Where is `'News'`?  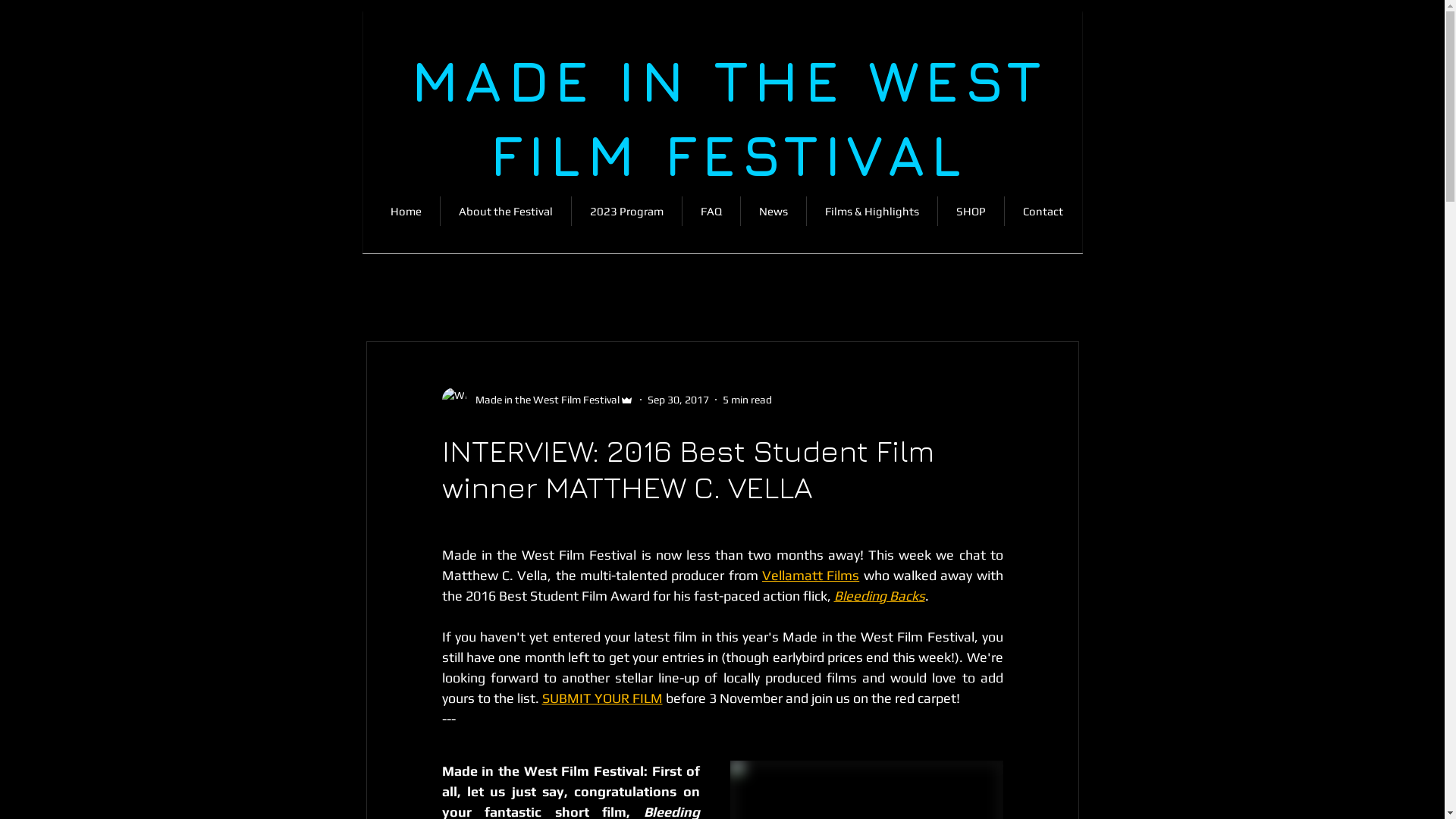
'News' is located at coordinates (772, 211).